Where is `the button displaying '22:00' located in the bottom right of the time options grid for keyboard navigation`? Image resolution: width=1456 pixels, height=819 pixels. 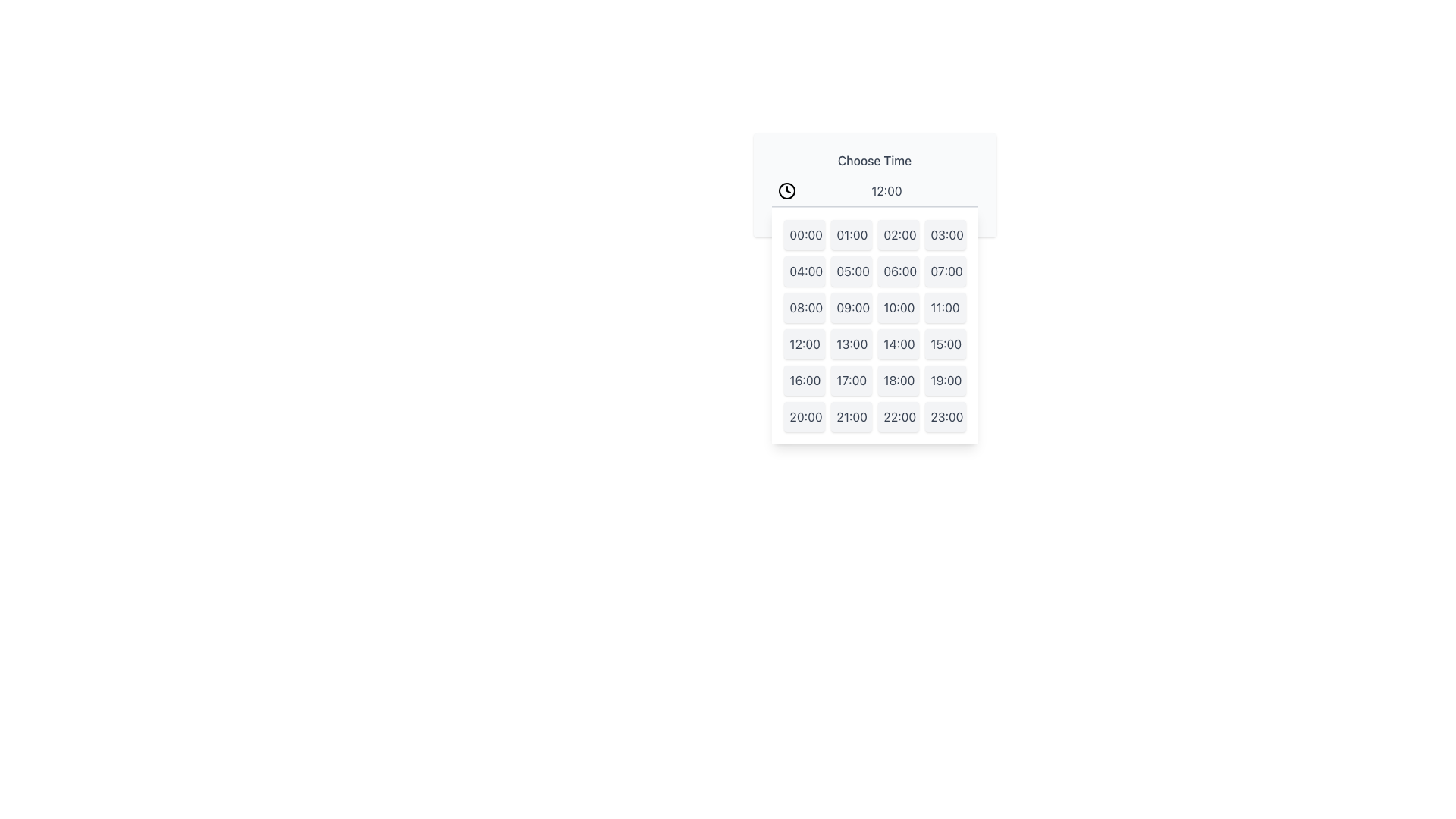 the button displaying '22:00' located in the bottom right of the time options grid for keyboard navigation is located at coordinates (898, 417).